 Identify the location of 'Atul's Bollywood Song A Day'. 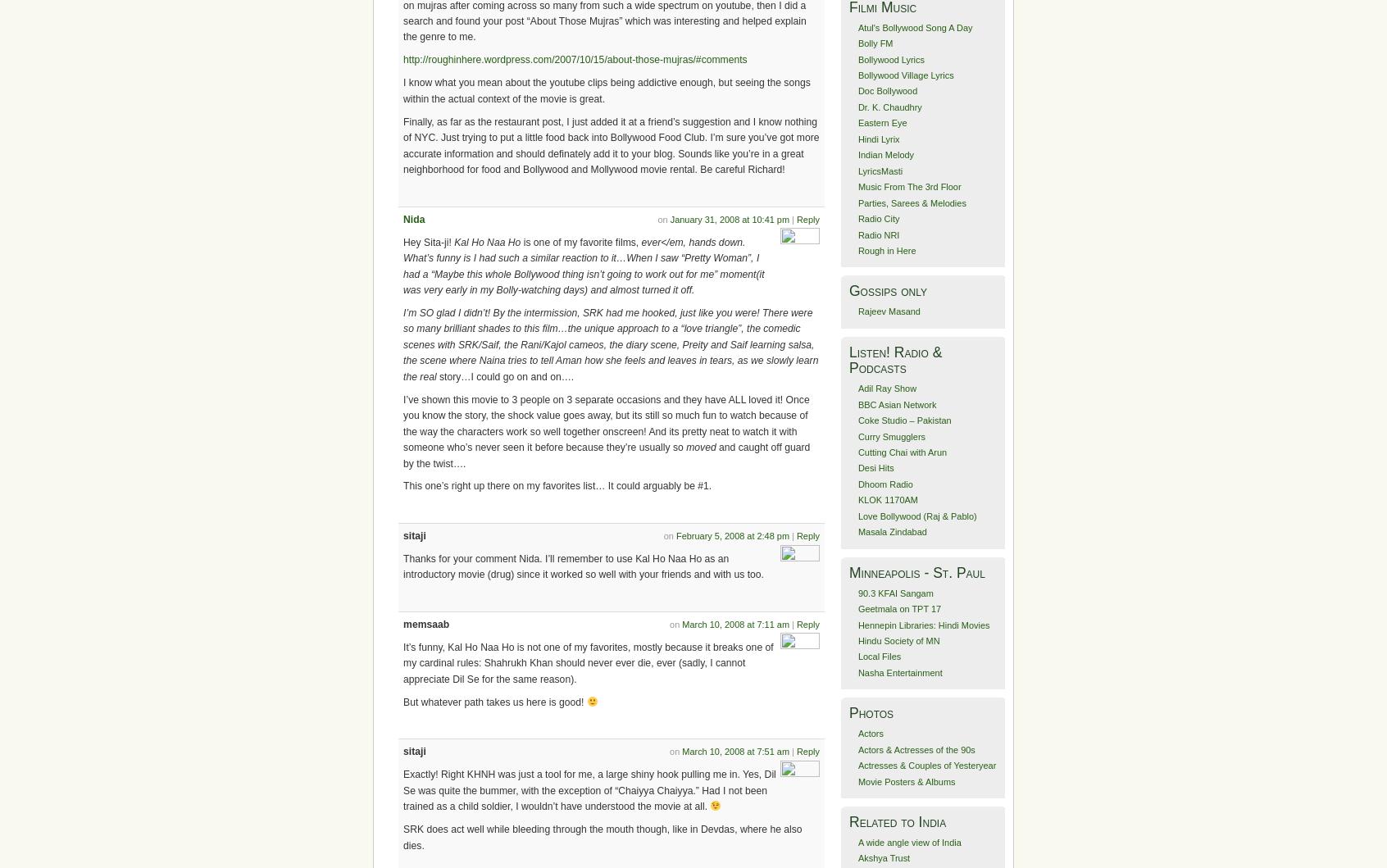
(915, 27).